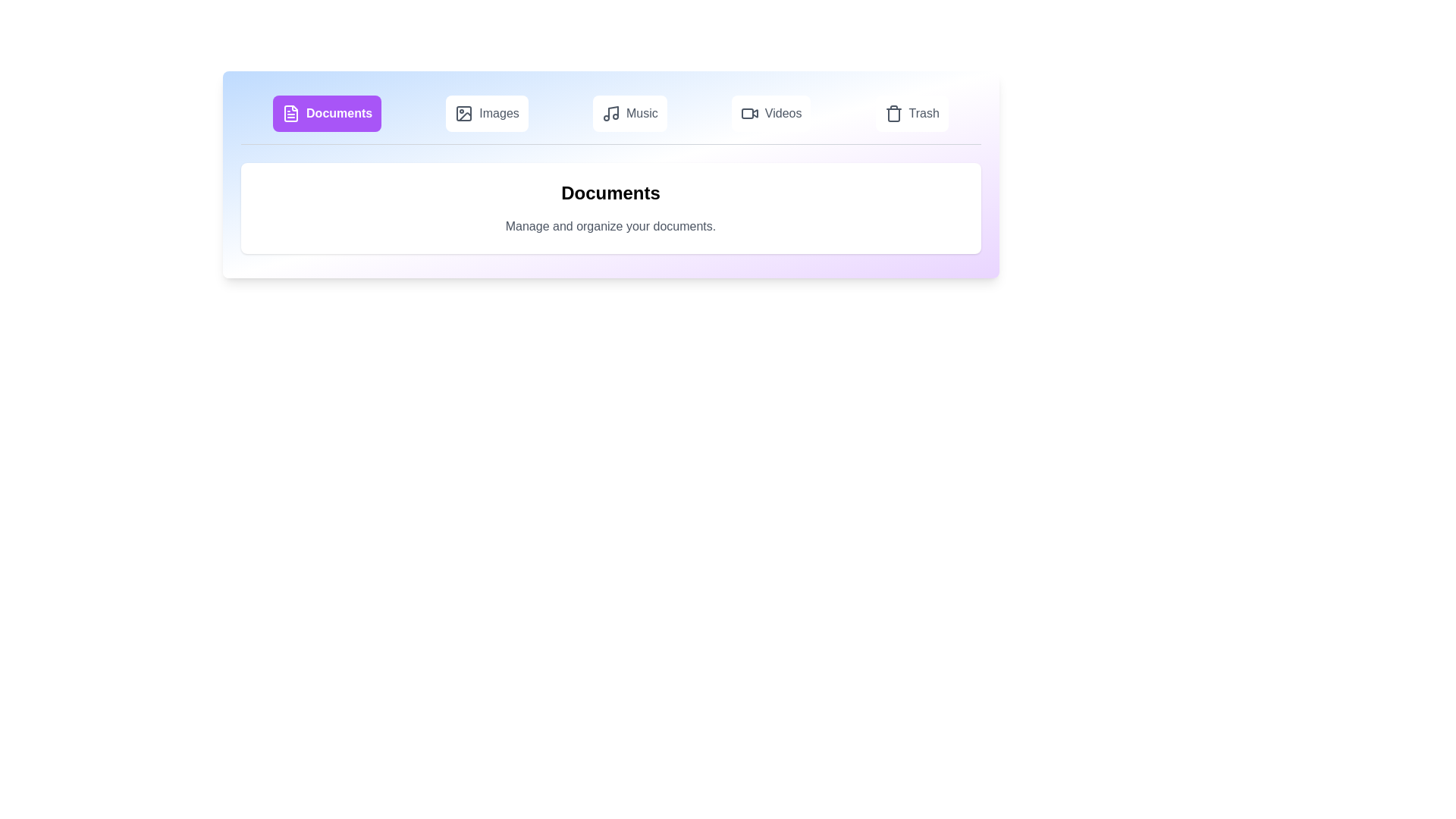  What do you see at coordinates (629, 113) in the screenshot?
I see `the tab labeled Music to preview its effect` at bounding box center [629, 113].